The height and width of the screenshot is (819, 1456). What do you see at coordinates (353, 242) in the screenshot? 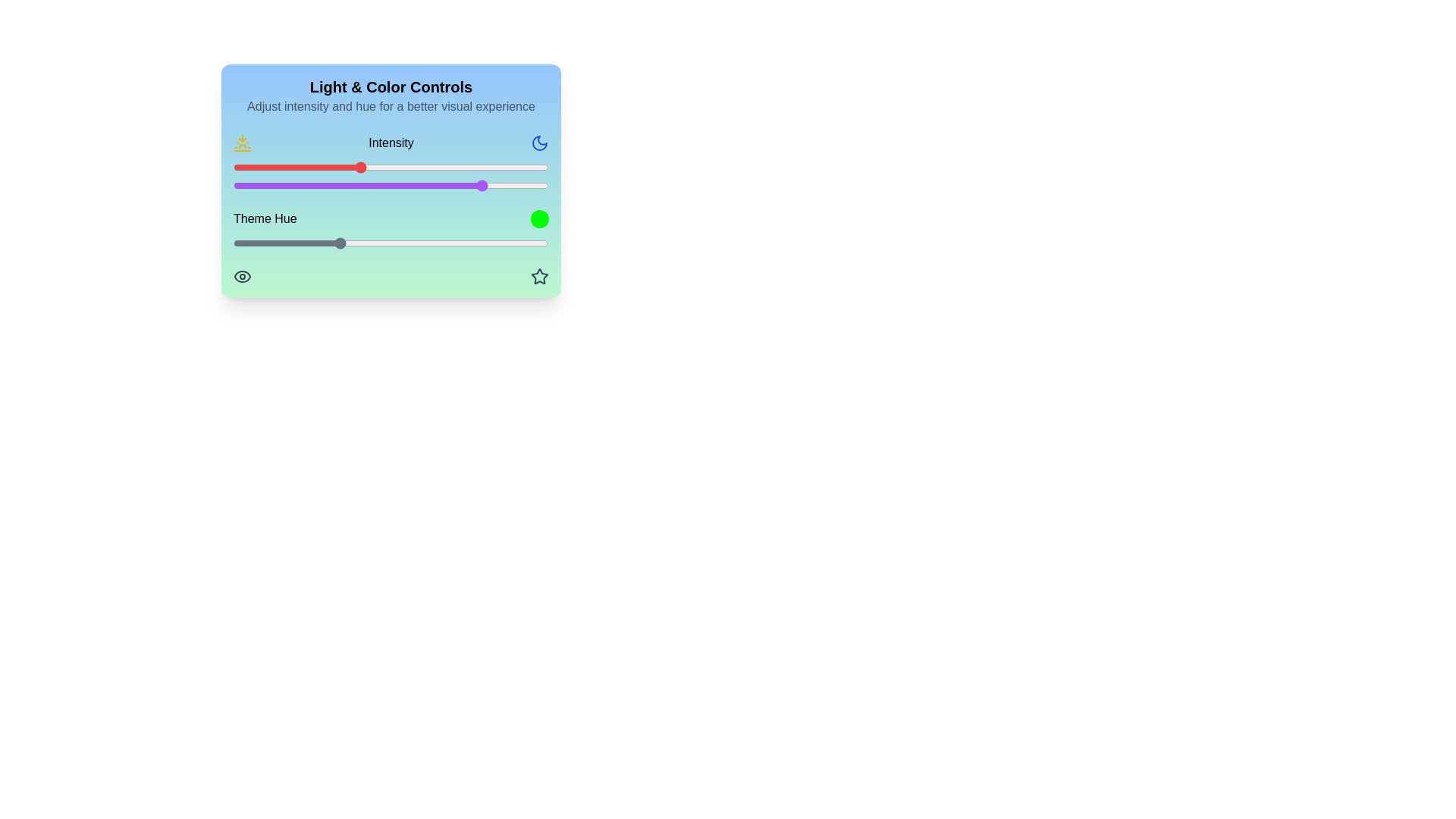
I see `the theme hue` at bounding box center [353, 242].